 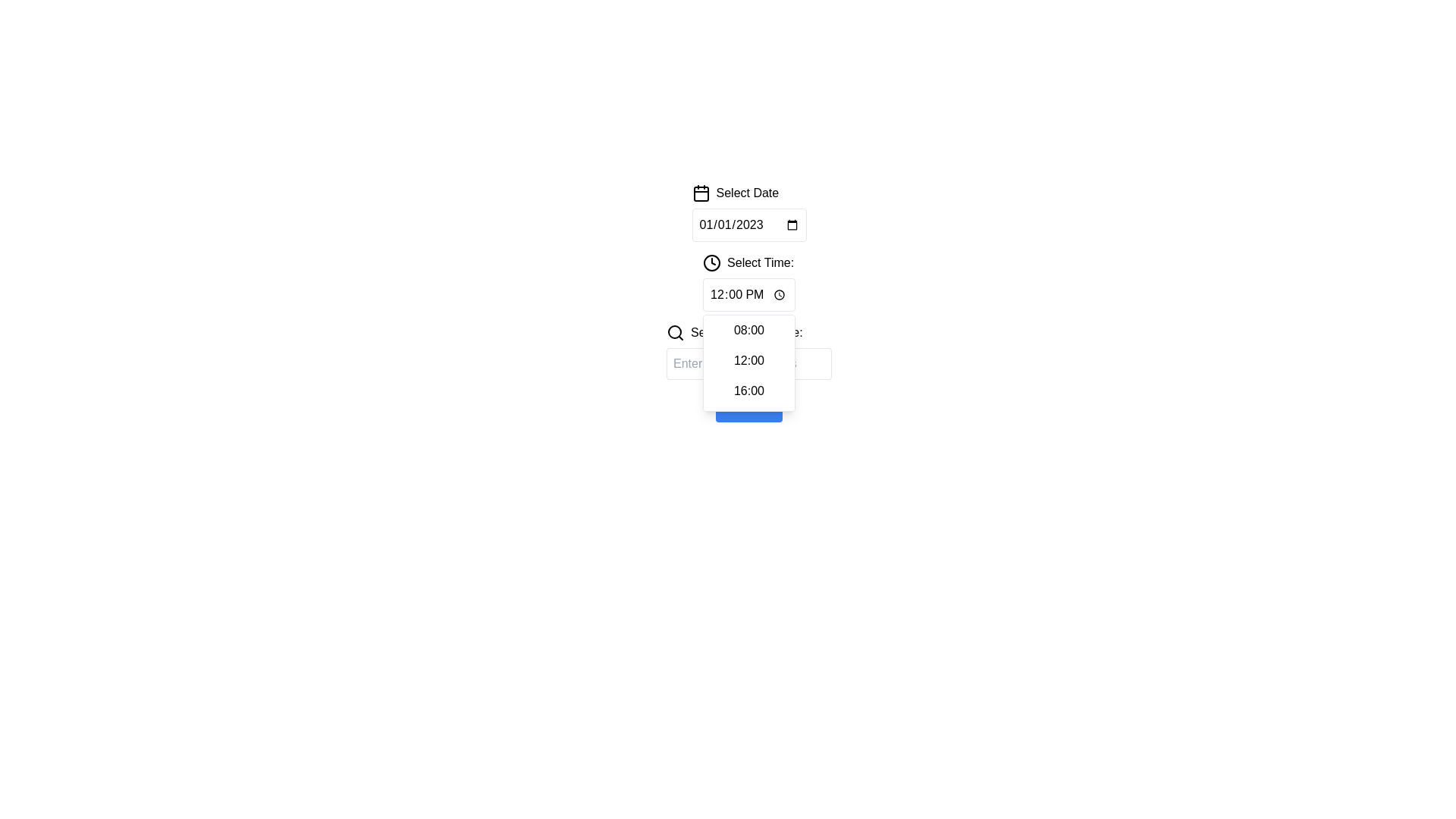 What do you see at coordinates (749, 329) in the screenshot?
I see `to select the first option in the dropdown menu for time selection` at bounding box center [749, 329].